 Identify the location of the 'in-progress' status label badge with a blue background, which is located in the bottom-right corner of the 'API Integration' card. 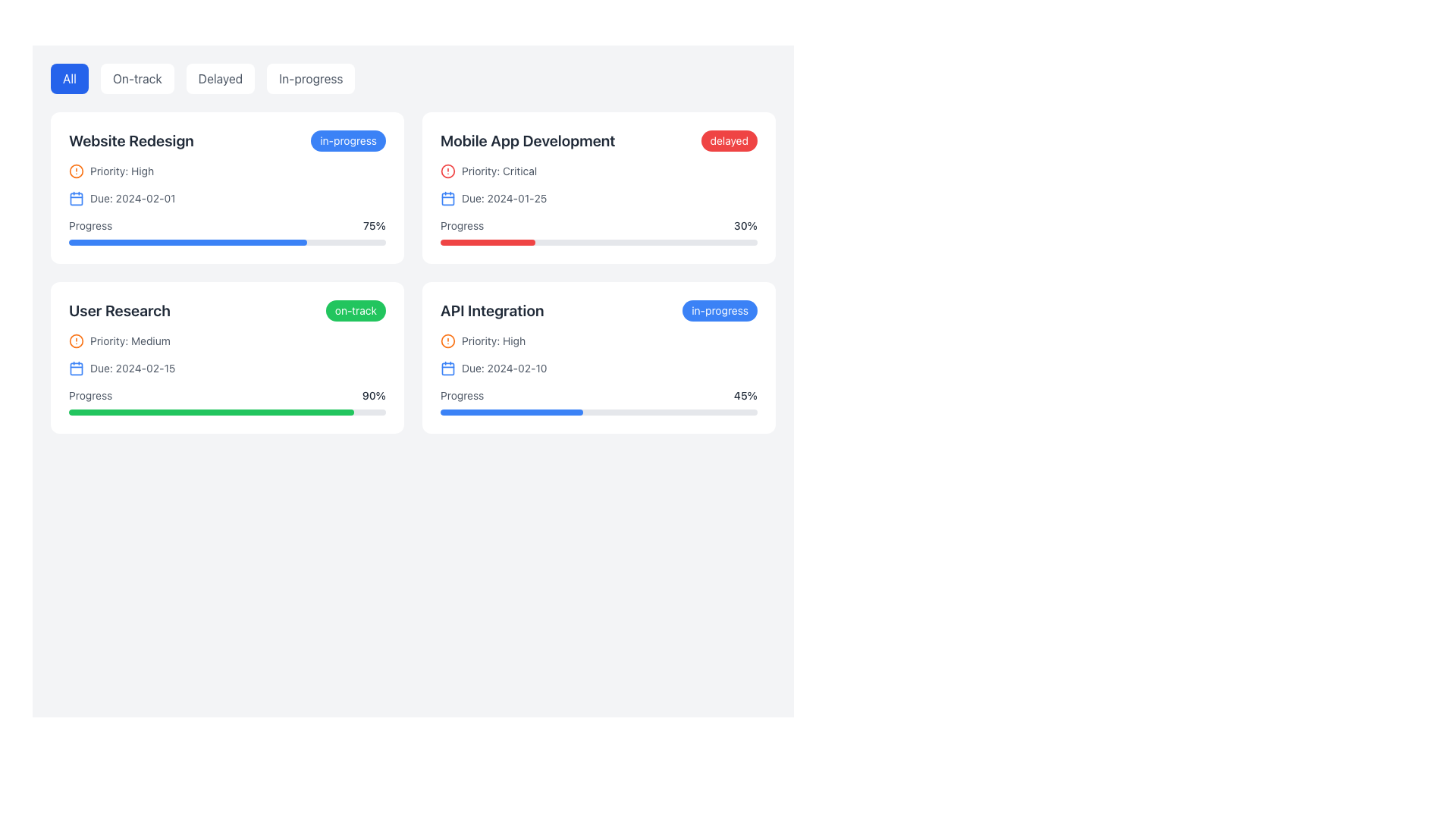
(719, 309).